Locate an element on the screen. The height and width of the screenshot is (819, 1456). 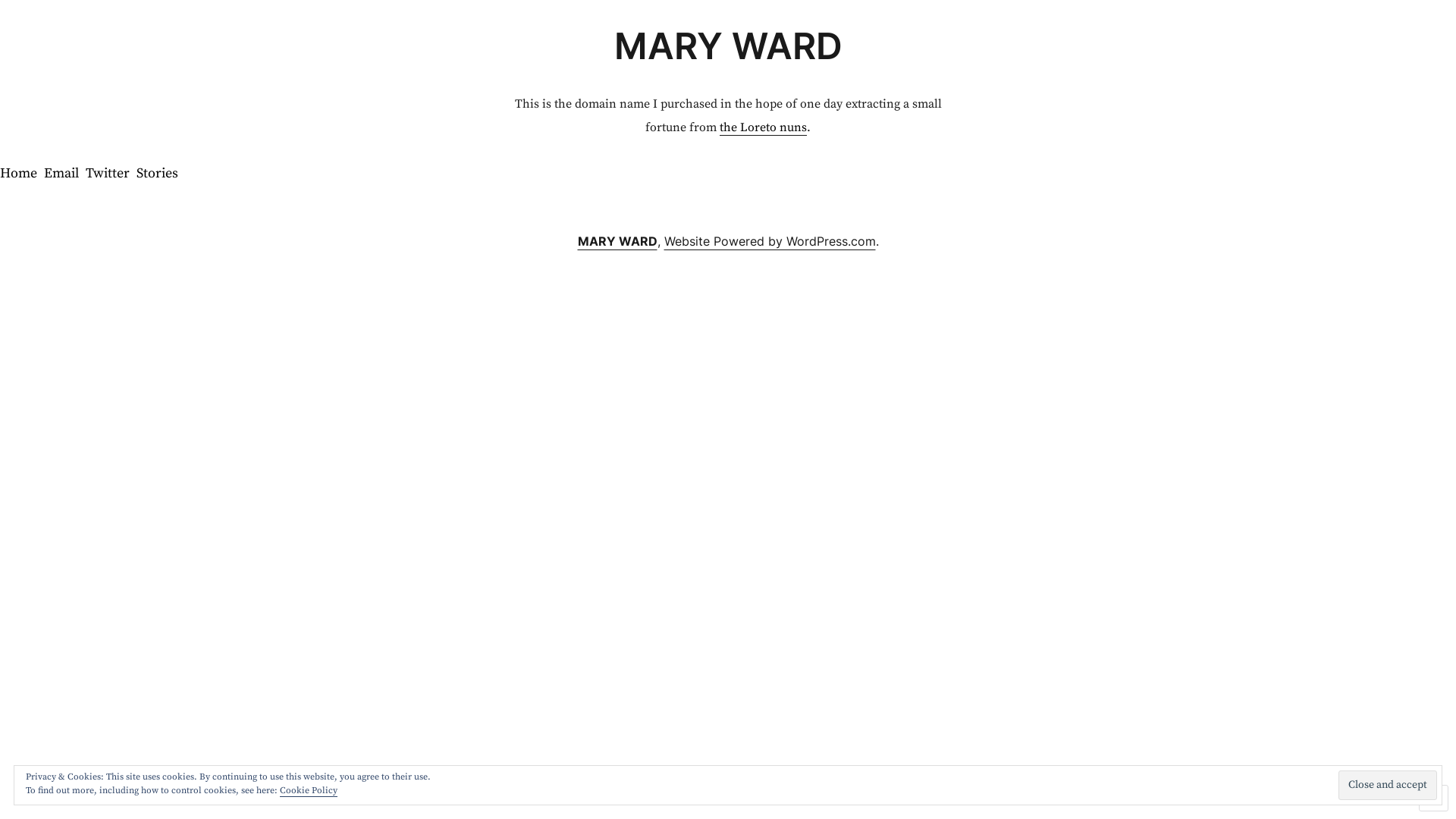
'Home' is located at coordinates (0, 174).